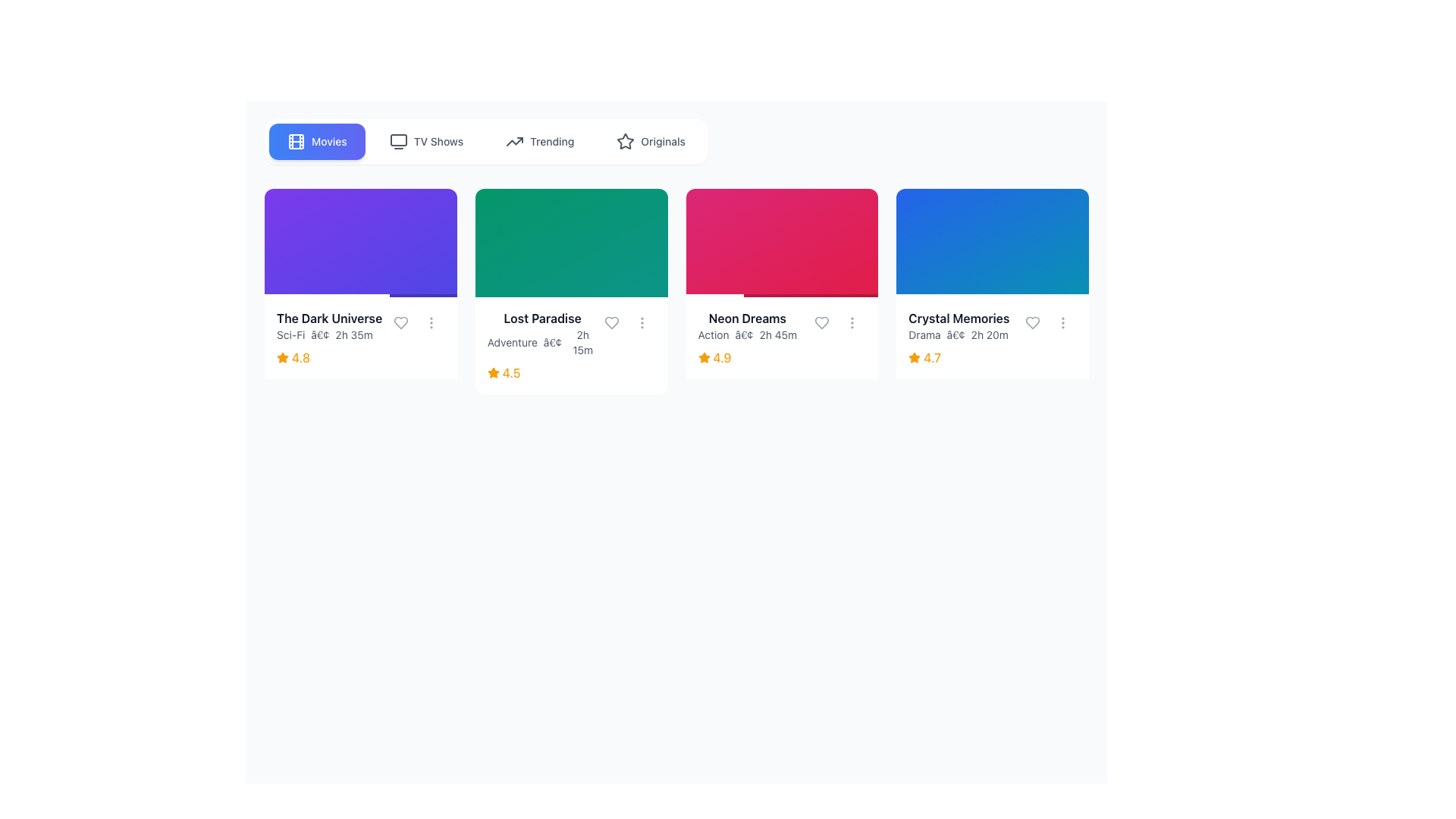  Describe the element at coordinates (642, 322) in the screenshot. I see `the circular button with a vertical ellipsis icon located in the top-right corner of the 'Lost Paradise' card` at that location.